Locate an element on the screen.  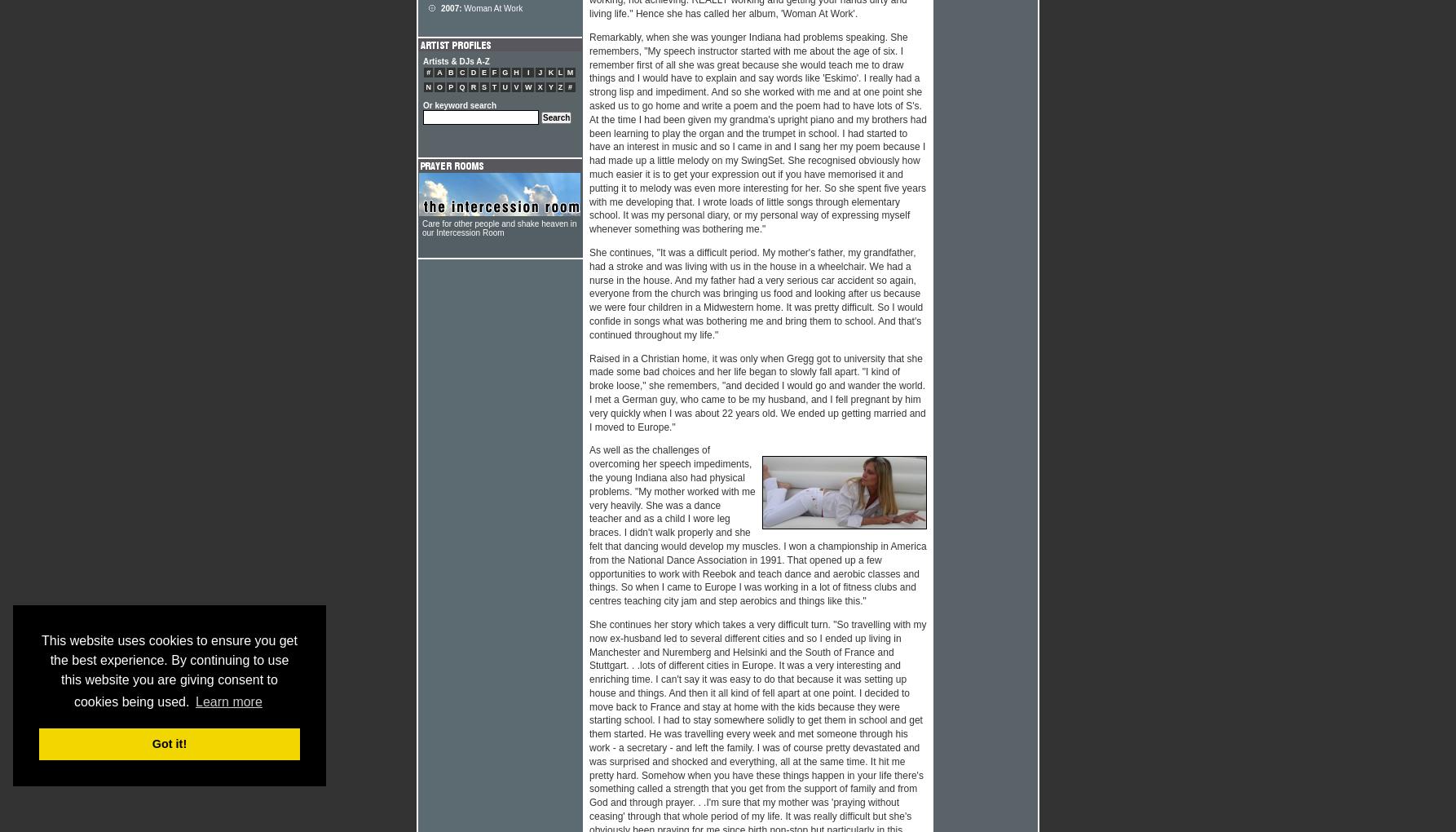
'N' is located at coordinates (427, 85).